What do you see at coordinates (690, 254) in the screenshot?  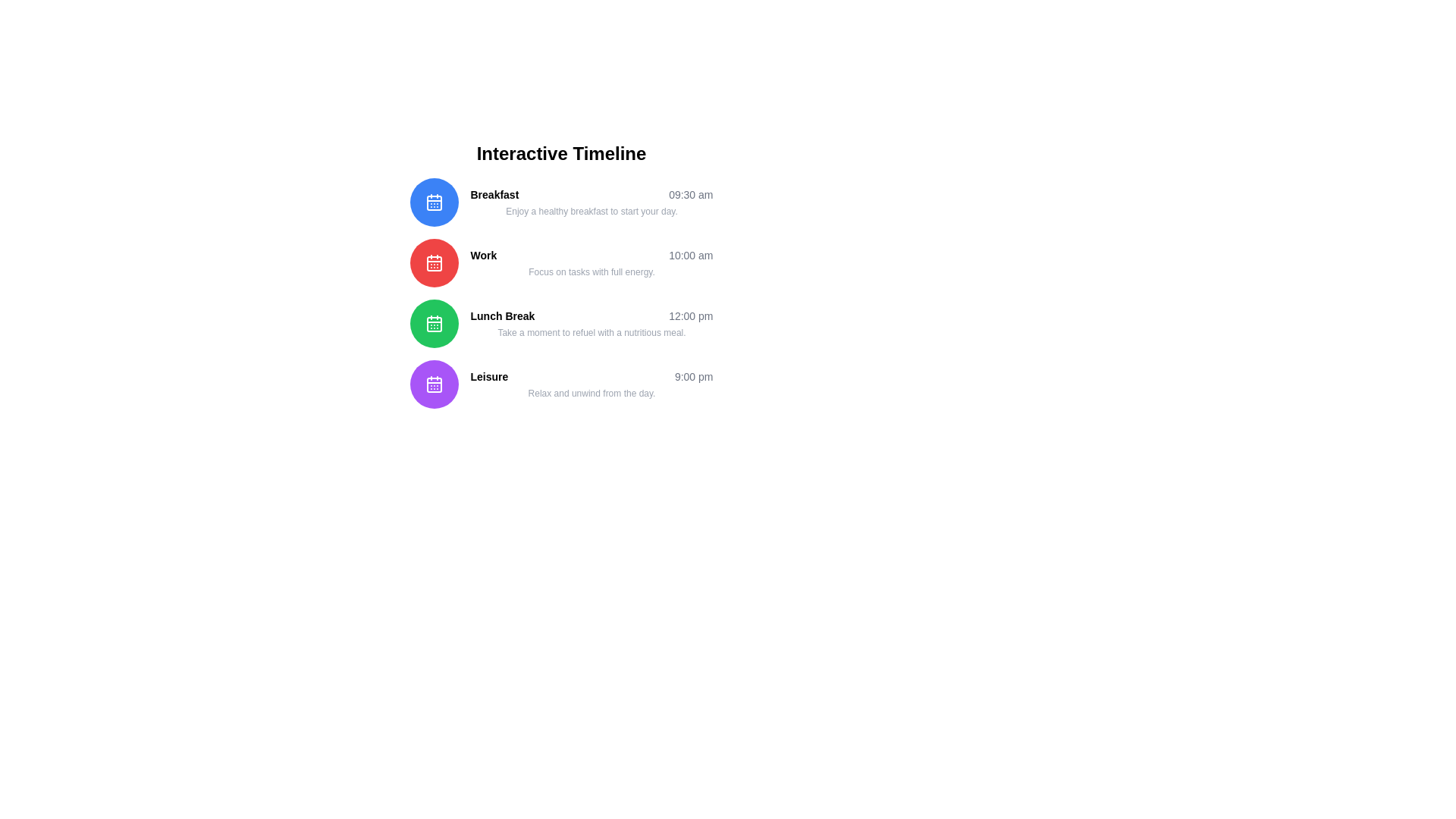 I see `the text label indicating the scheduled time for the 'Work' event, which displays 'Work10:00 am' in the timeline interface` at bounding box center [690, 254].